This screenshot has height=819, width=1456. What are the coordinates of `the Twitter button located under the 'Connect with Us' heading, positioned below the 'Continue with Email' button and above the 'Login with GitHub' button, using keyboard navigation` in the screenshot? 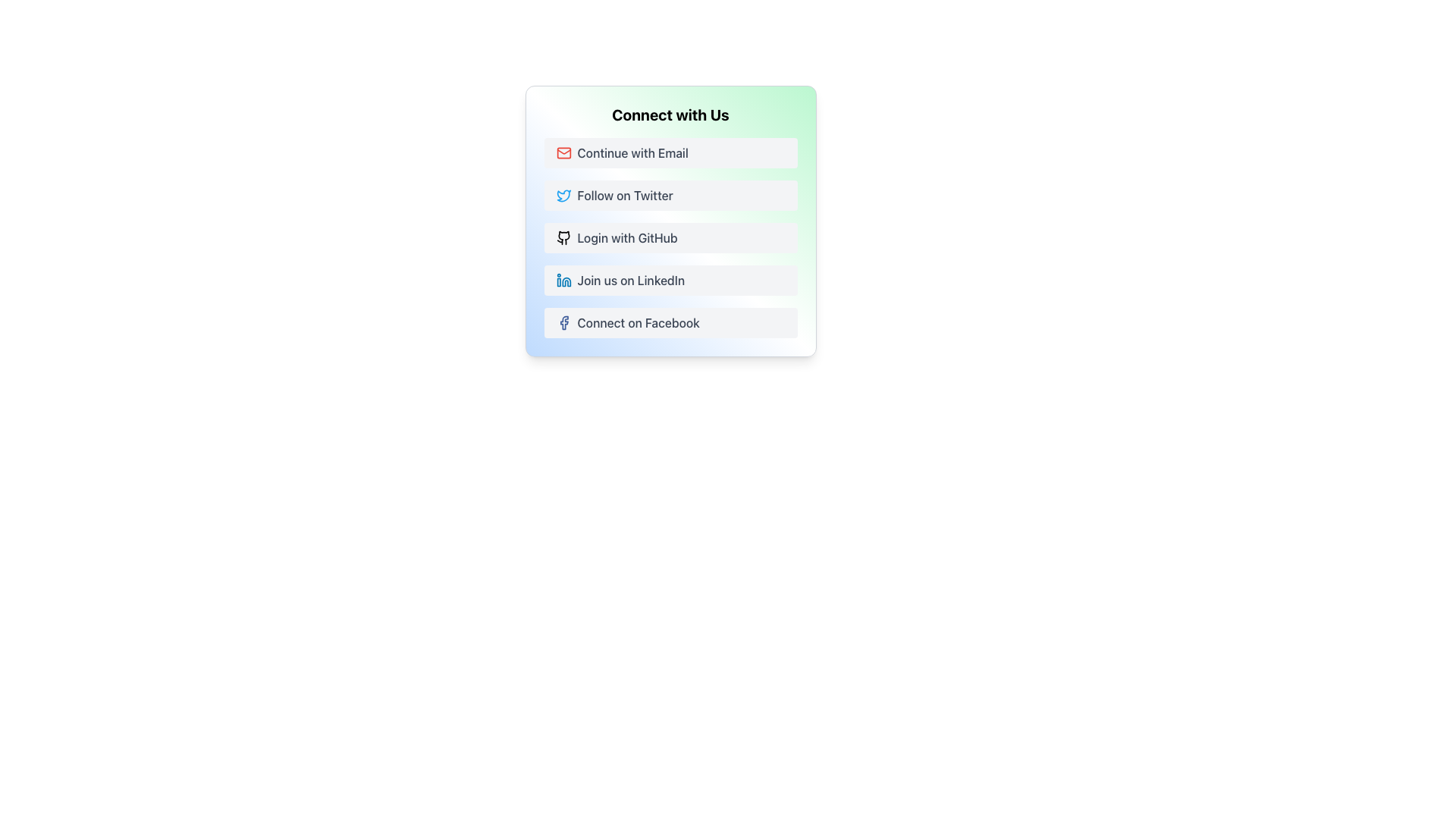 It's located at (670, 195).